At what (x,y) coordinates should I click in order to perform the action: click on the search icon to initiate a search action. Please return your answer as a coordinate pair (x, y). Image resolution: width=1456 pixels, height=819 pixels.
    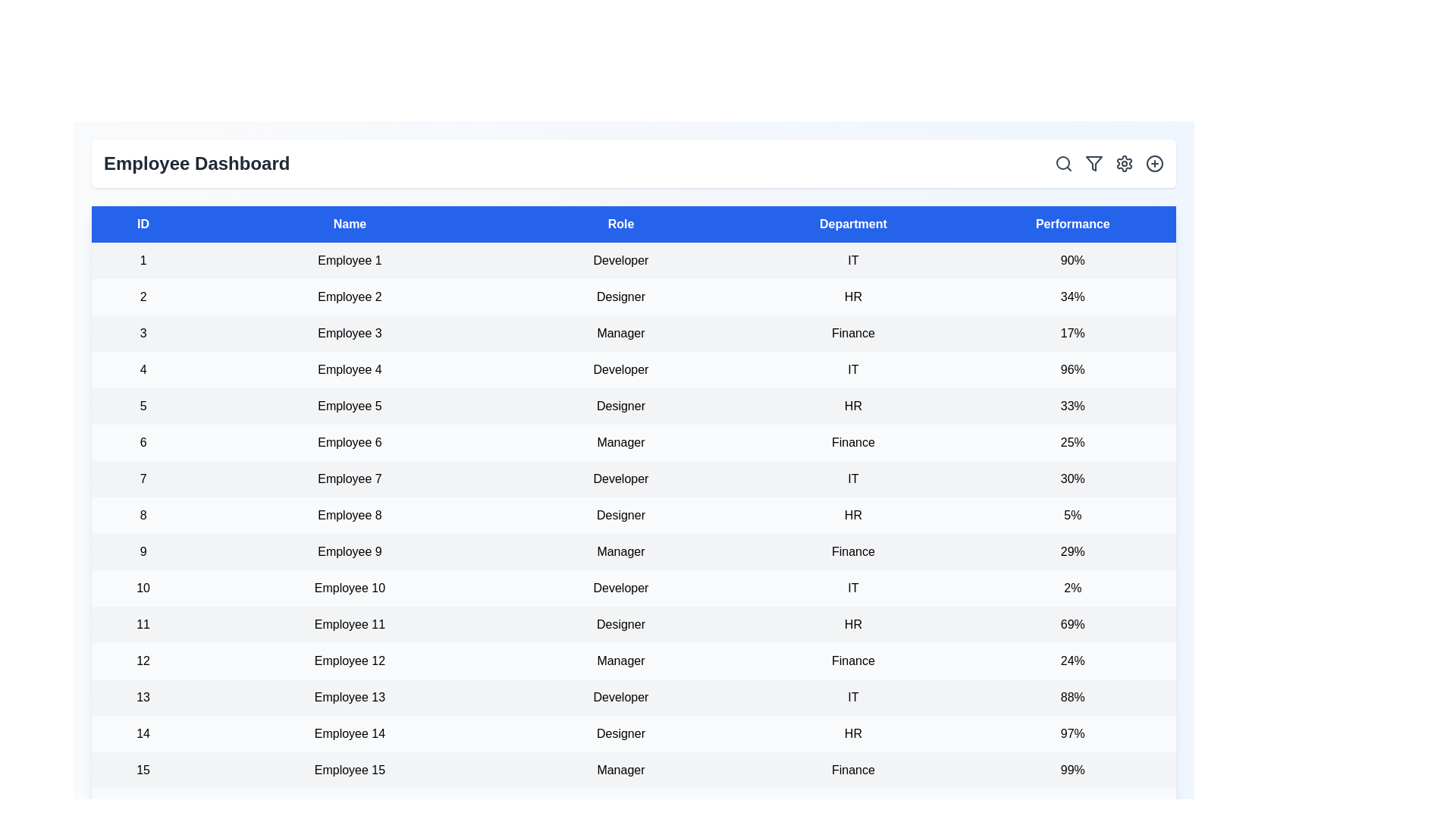
    Looking at the image, I should click on (1062, 164).